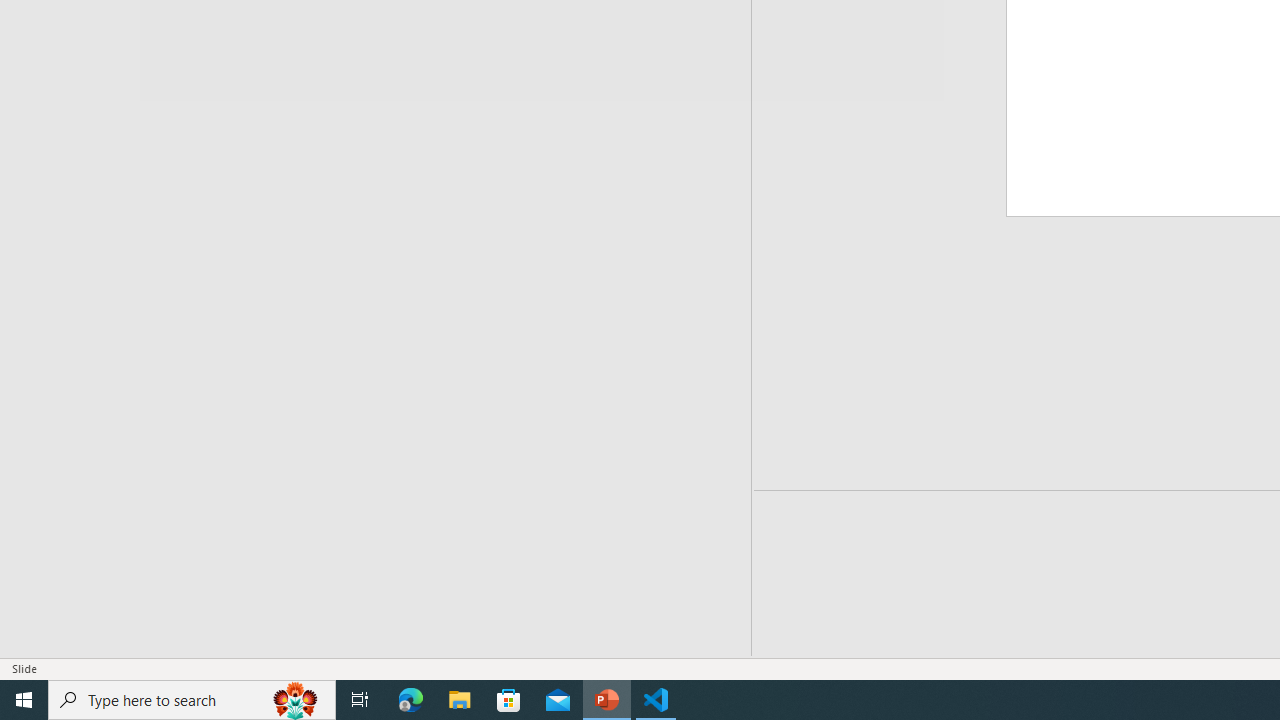  Describe the element at coordinates (410, 698) in the screenshot. I see `'Microsoft Edge'` at that location.